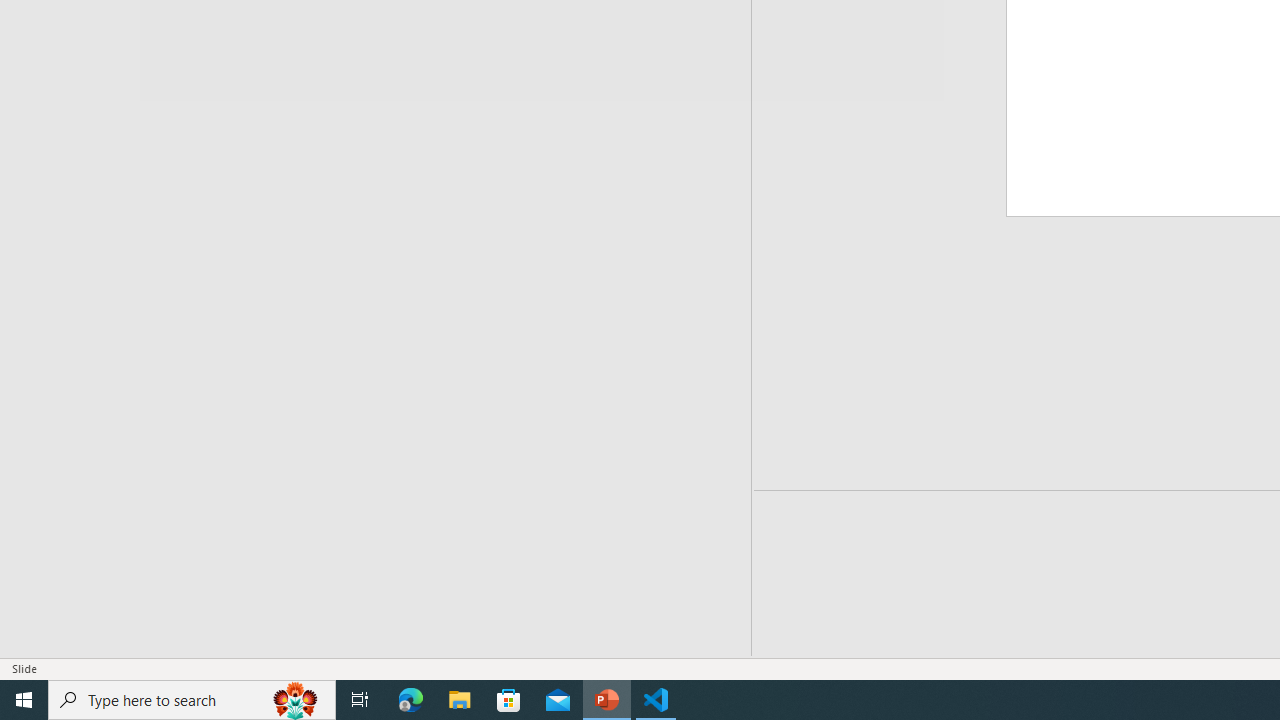  Describe the element at coordinates (410, 698) in the screenshot. I see `'Microsoft Edge'` at that location.